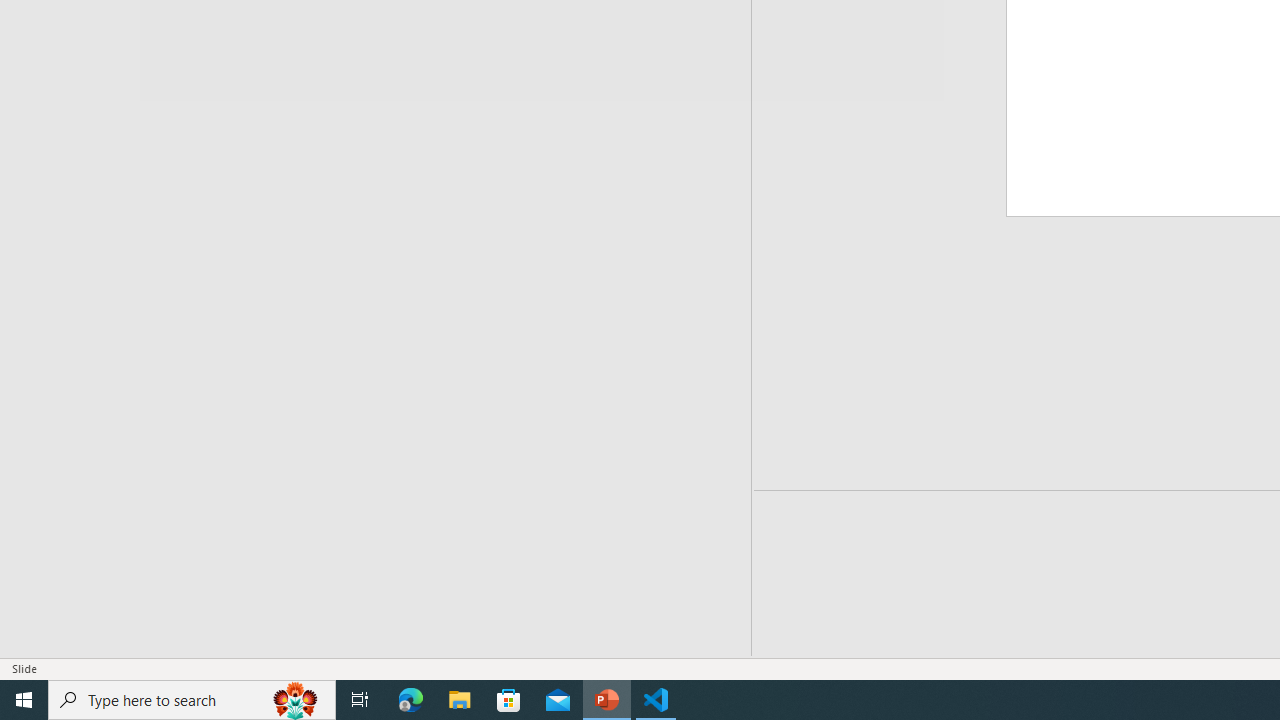  Describe the element at coordinates (410, 698) in the screenshot. I see `'Microsoft Edge'` at that location.